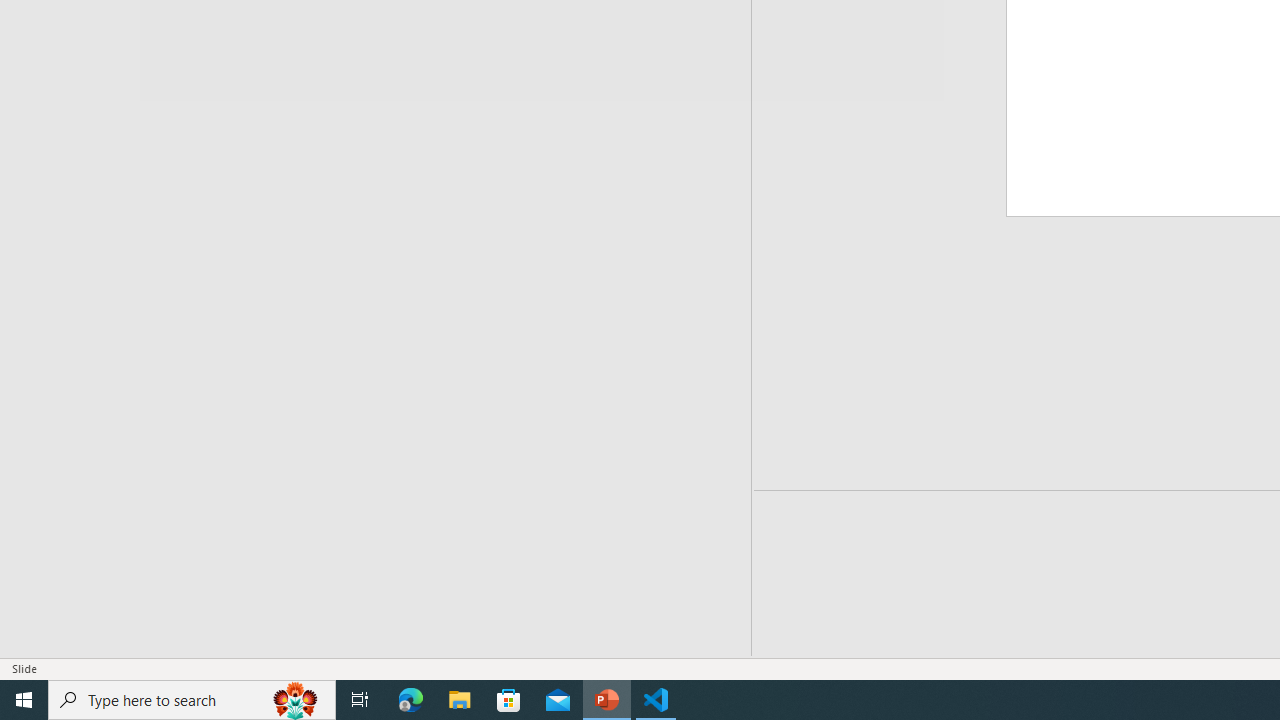  Describe the element at coordinates (410, 698) in the screenshot. I see `'Microsoft Edge'` at that location.